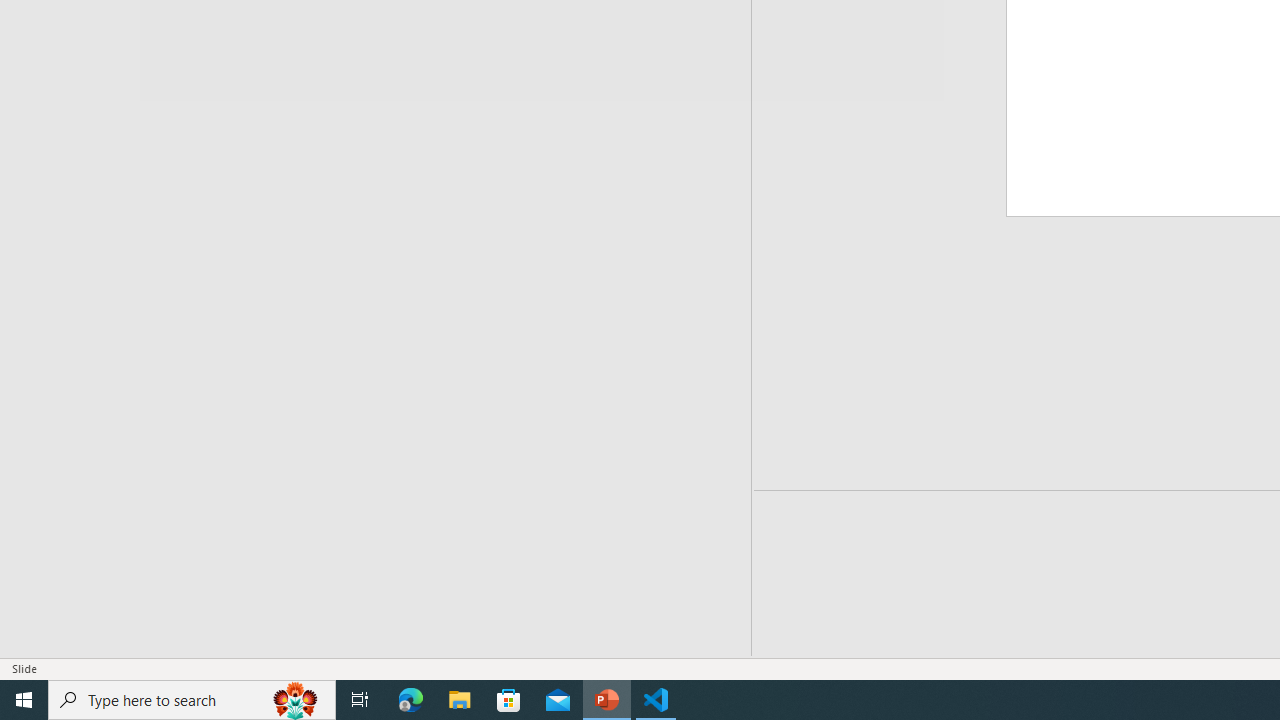  Describe the element at coordinates (410, 698) in the screenshot. I see `'Microsoft Edge'` at that location.